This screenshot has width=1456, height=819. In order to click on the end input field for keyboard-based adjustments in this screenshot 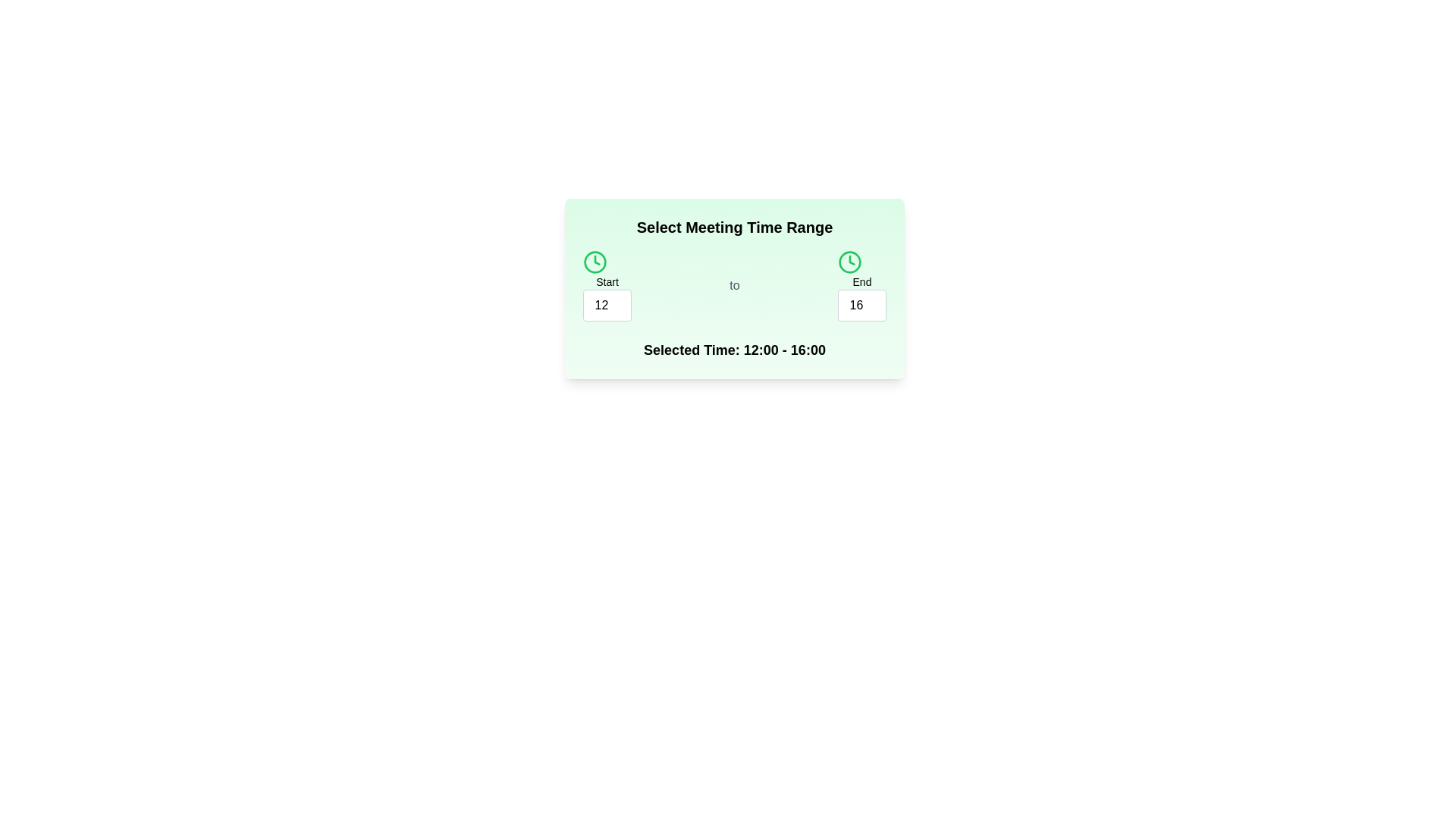, I will do `click(862, 305)`.